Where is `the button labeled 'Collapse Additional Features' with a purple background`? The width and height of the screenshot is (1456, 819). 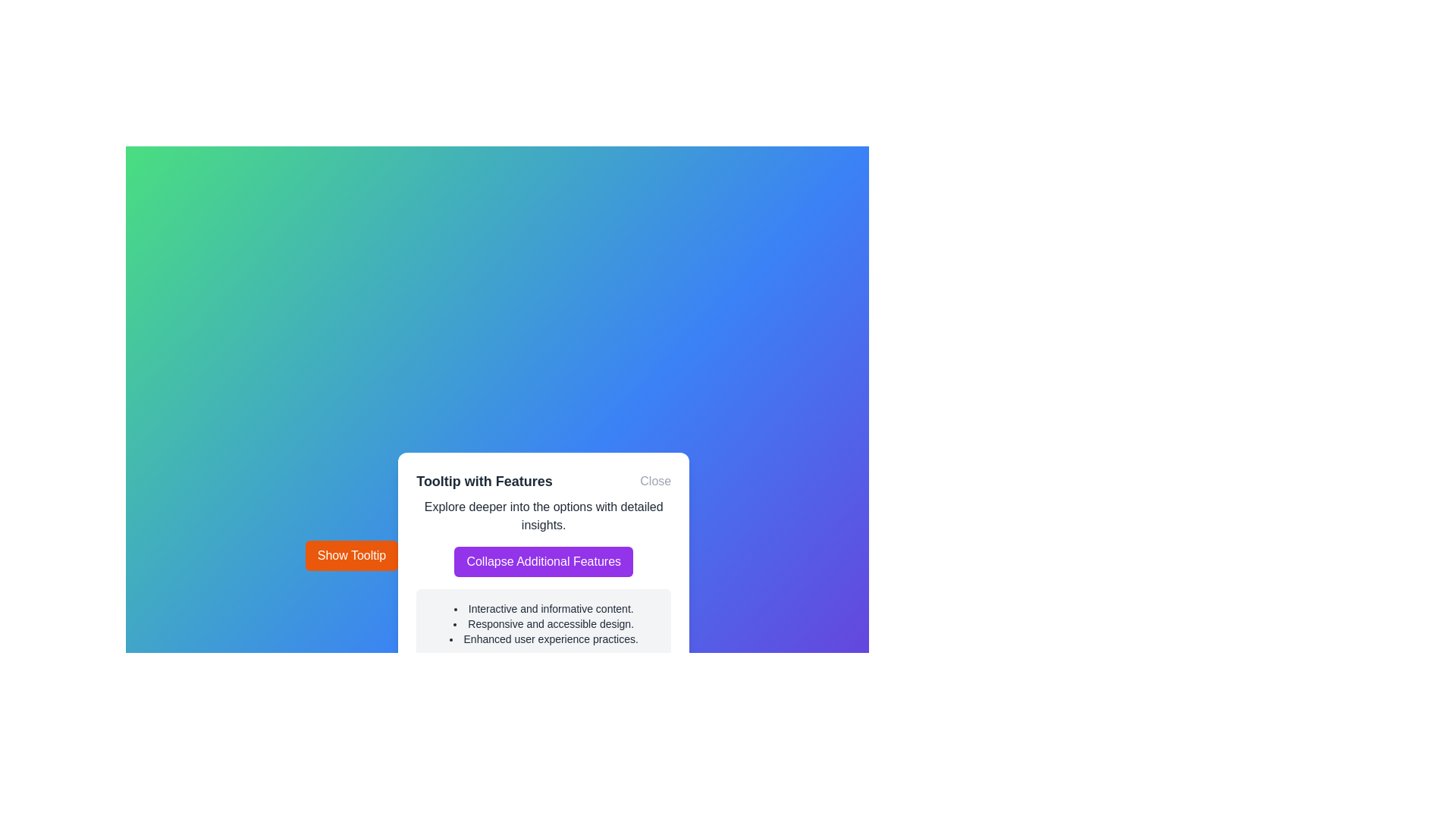 the button labeled 'Collapse Additional Features' with a purple background is located at coordinates (544, 564).